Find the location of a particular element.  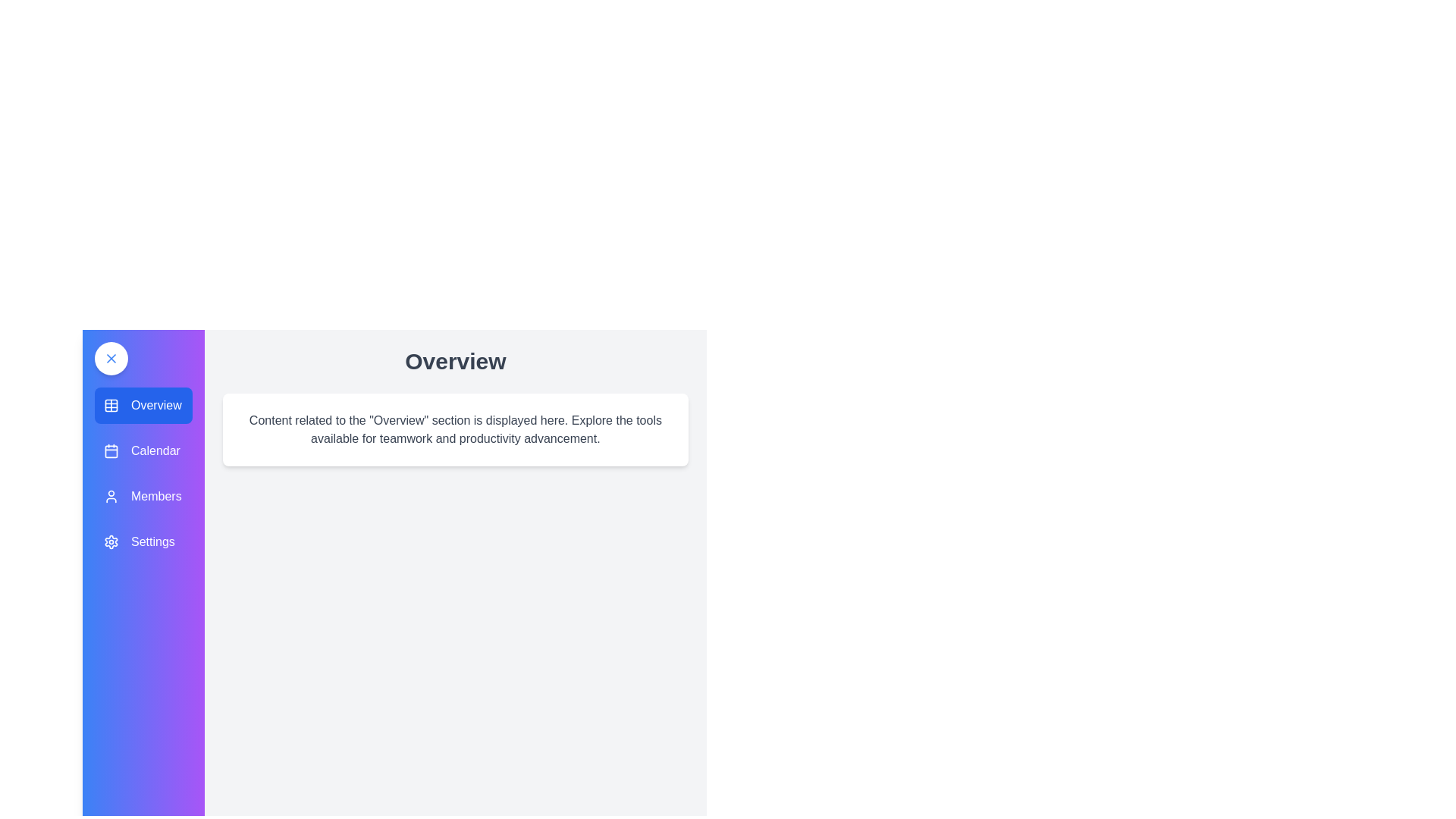

the Calendar panel by clicking on its corresponding button in the sidebar is located at coordinates (143, 450).